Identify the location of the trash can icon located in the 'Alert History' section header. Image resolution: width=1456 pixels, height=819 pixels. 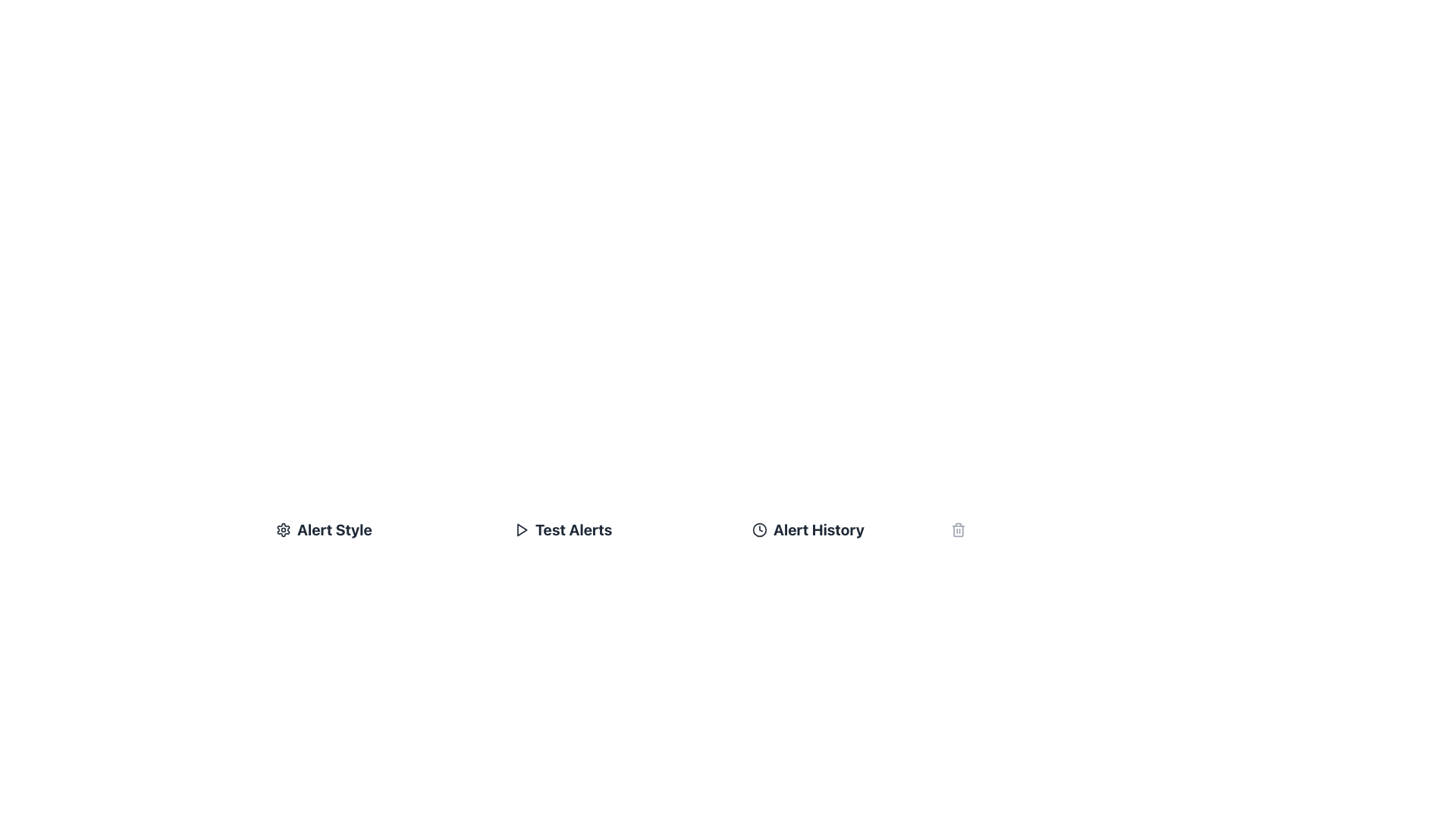
(858, 529).